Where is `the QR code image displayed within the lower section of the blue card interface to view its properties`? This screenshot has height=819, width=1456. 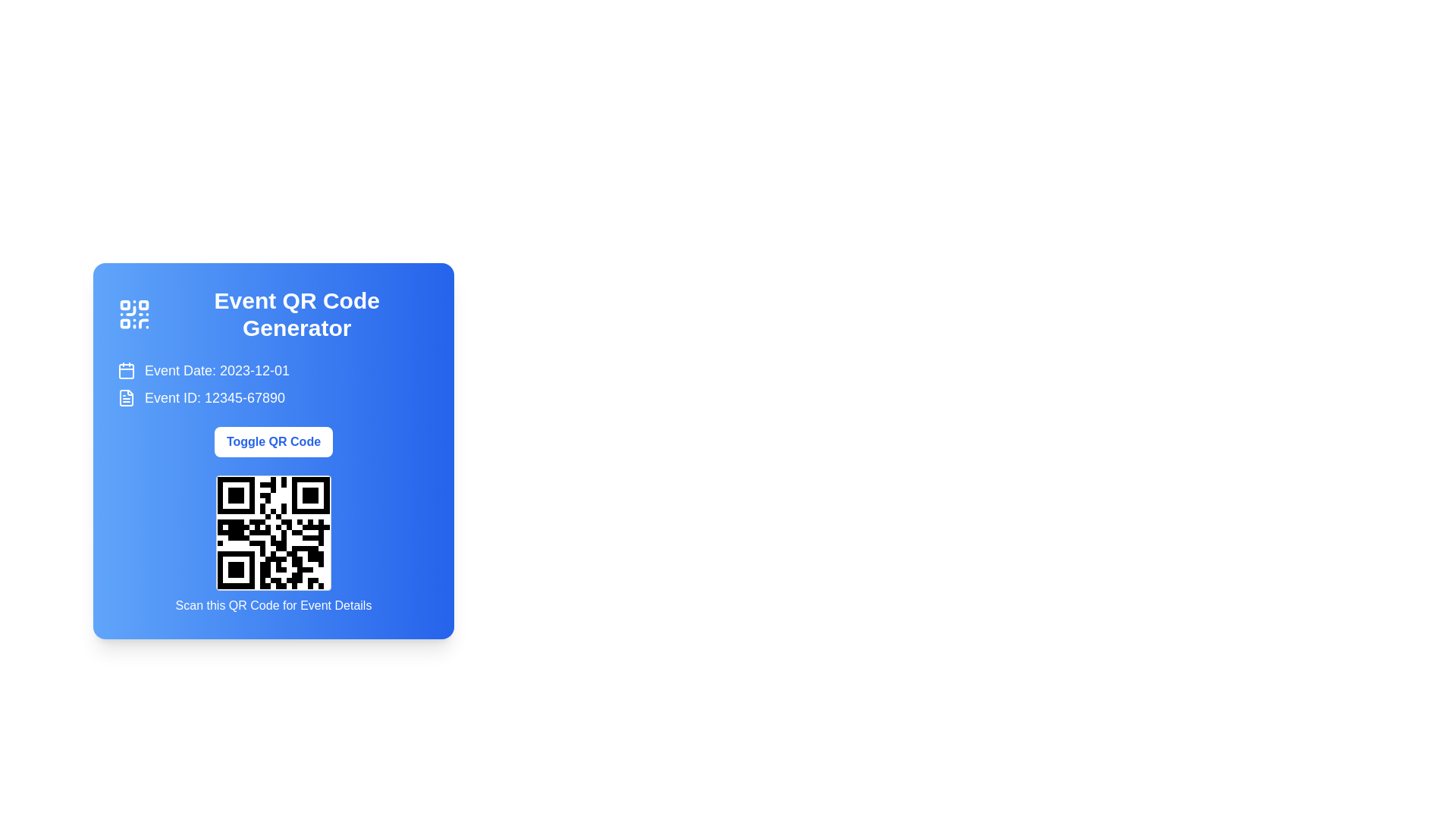 the QR code image displayed within the lower section of the blue card interface to view its properties is located at coordinates (273, 532).